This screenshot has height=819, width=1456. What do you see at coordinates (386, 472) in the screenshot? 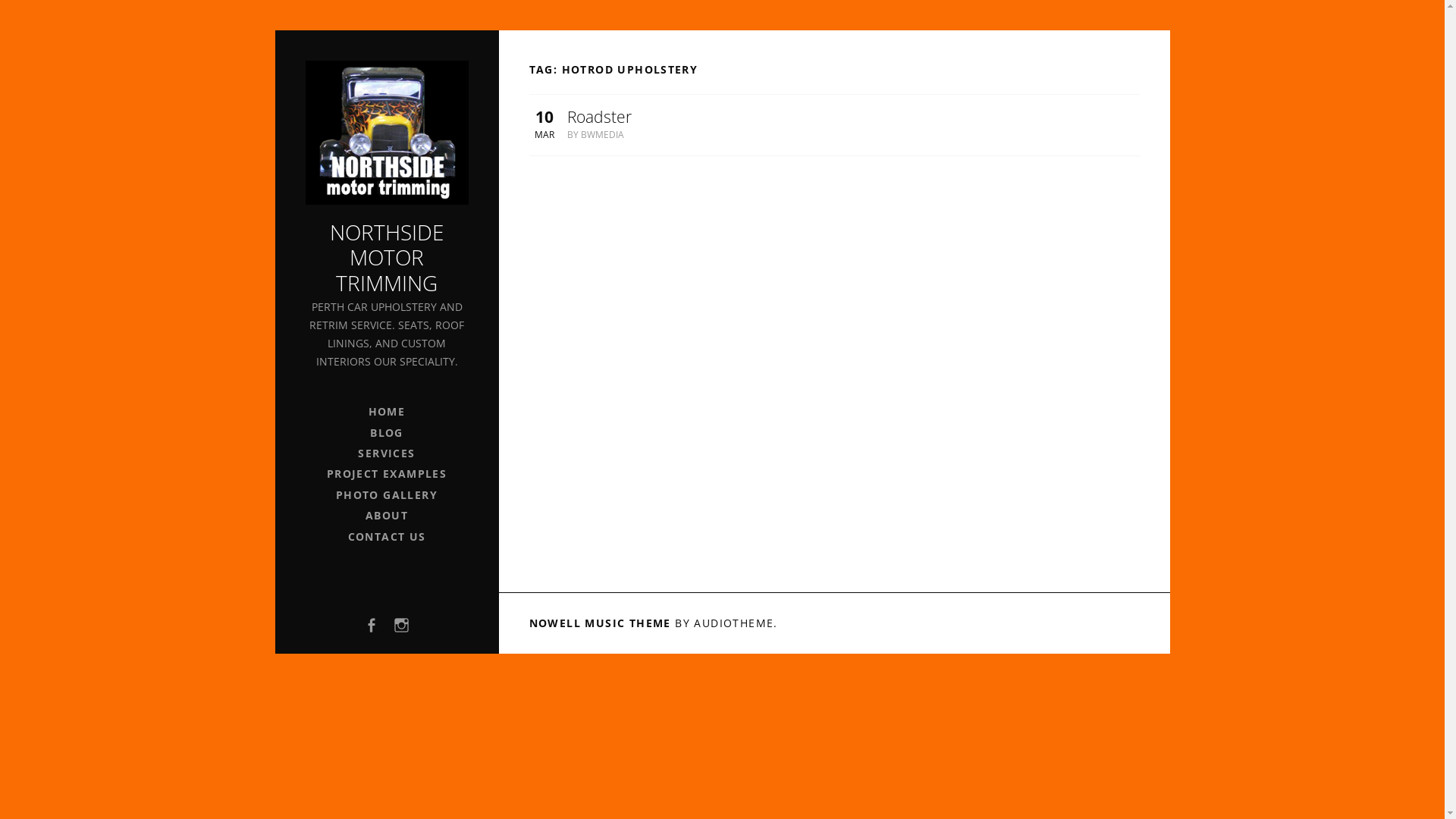
I see `'PROJECT EXAMPLES'` at bounding box center [386, 472].